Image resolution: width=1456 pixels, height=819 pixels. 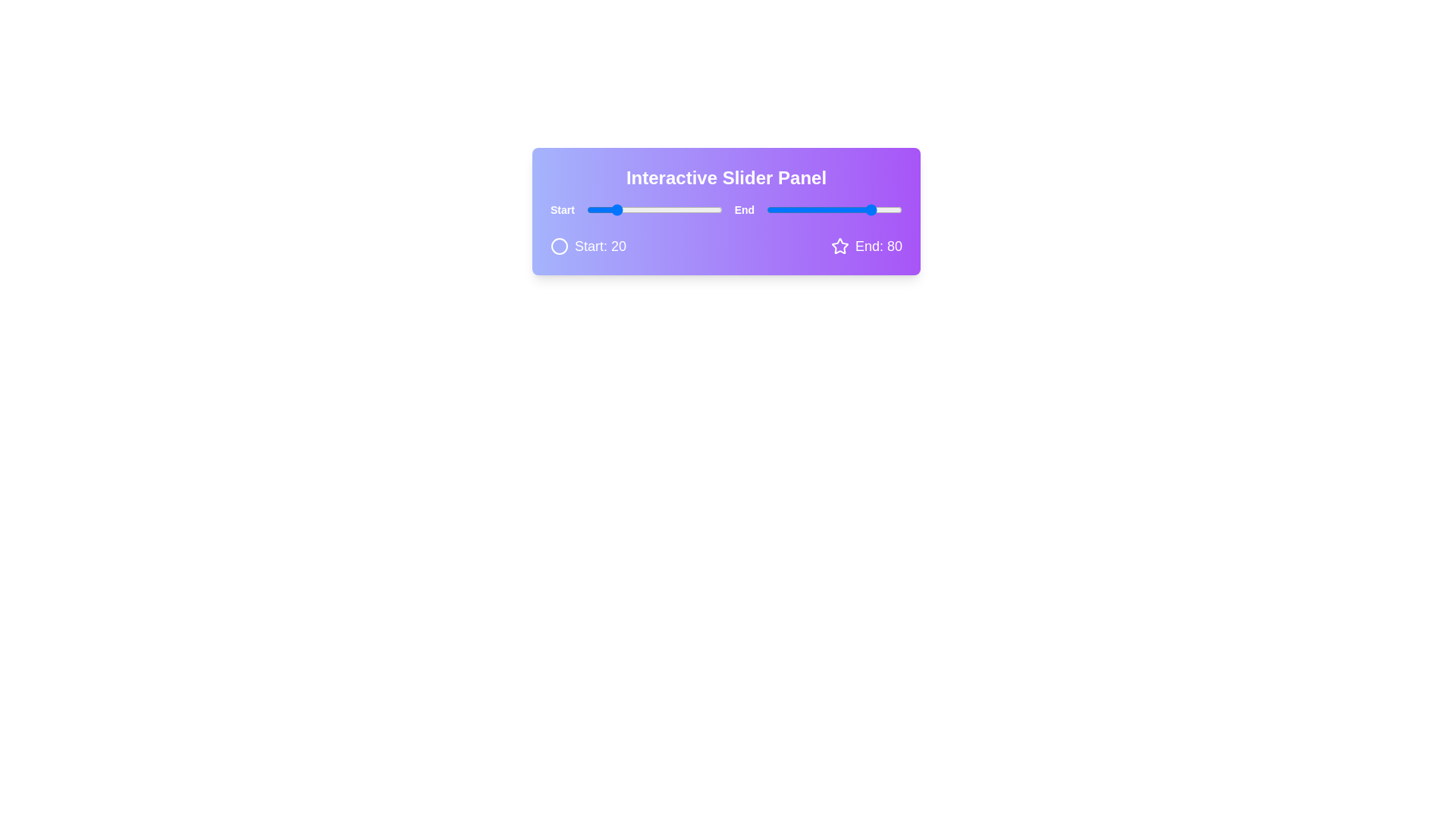 What do you see at coordinates (811, 210) in the screenshot?
I see `the slider` at bounding box center [811, 210].